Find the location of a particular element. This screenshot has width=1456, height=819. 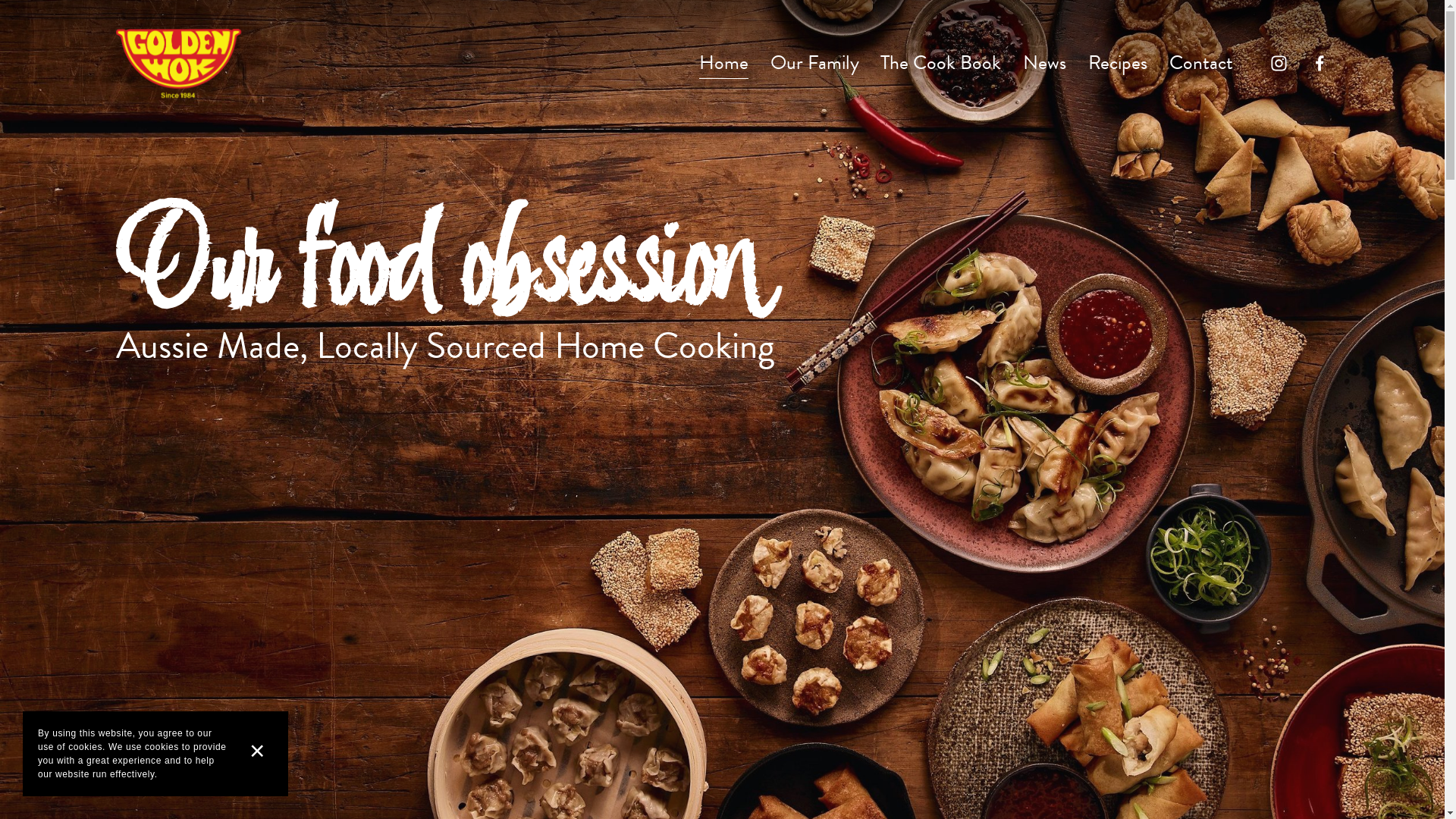

'Recipes' is located at coordinates (1117, 63).